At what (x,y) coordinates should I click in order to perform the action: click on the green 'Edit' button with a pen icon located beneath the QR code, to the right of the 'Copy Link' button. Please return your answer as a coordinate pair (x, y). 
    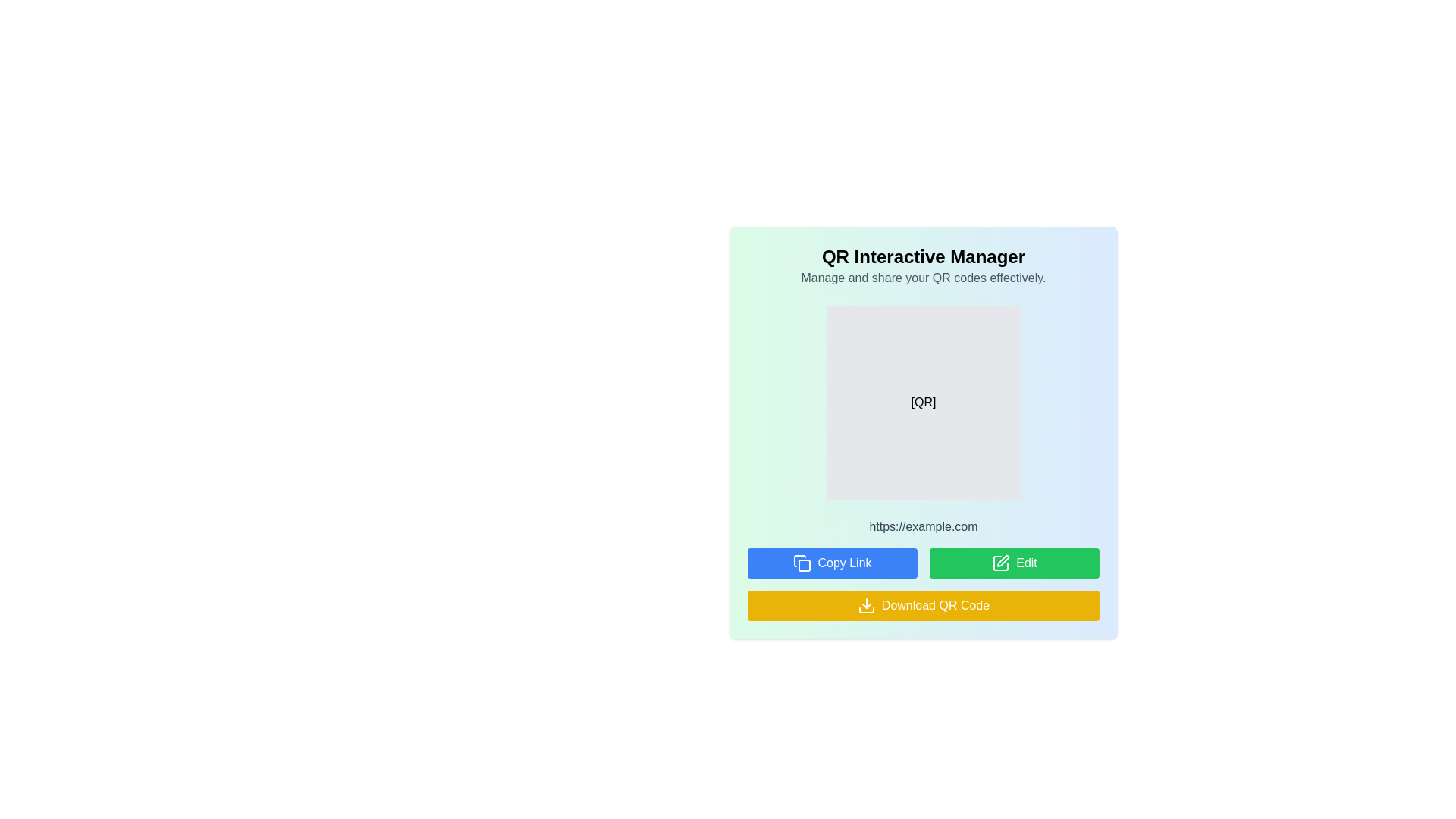
    Looking at the image, I should click on (1015, 563).